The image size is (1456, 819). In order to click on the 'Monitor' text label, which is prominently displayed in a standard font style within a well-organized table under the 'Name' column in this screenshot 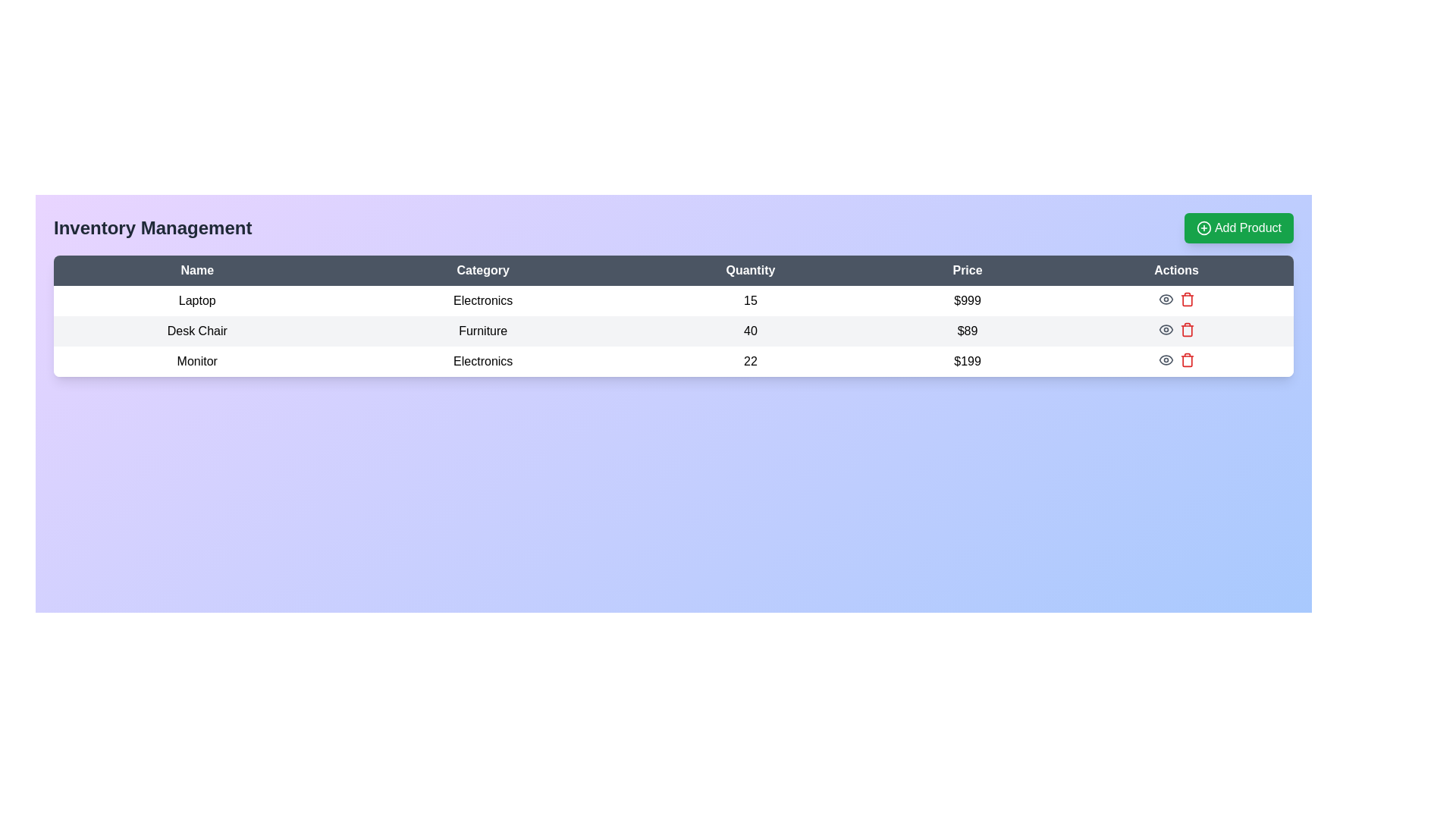, I will do `click(196, 362)`.